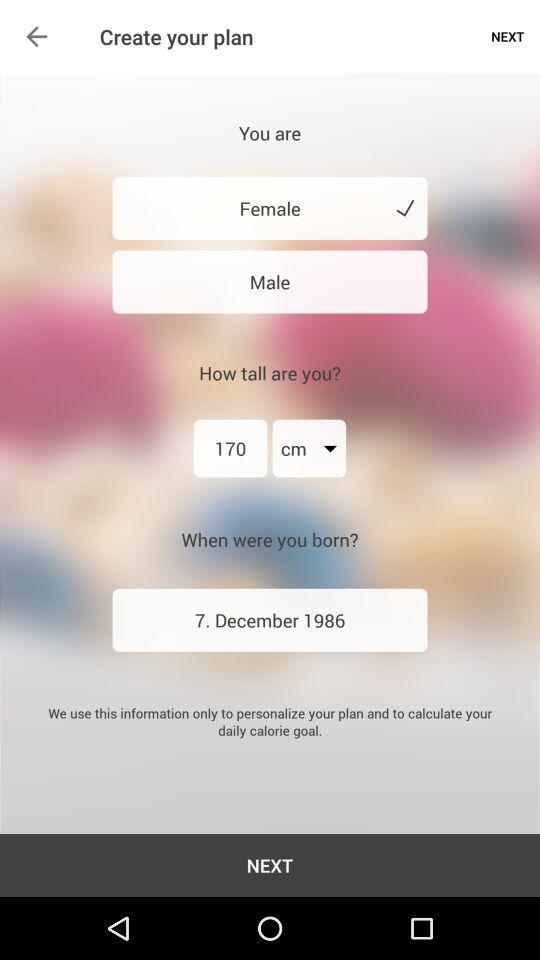 The image size is (540, 960). Describe the element at coordinates (309, 448) in the screenshot. I see `the item below how tall are item` at that location.